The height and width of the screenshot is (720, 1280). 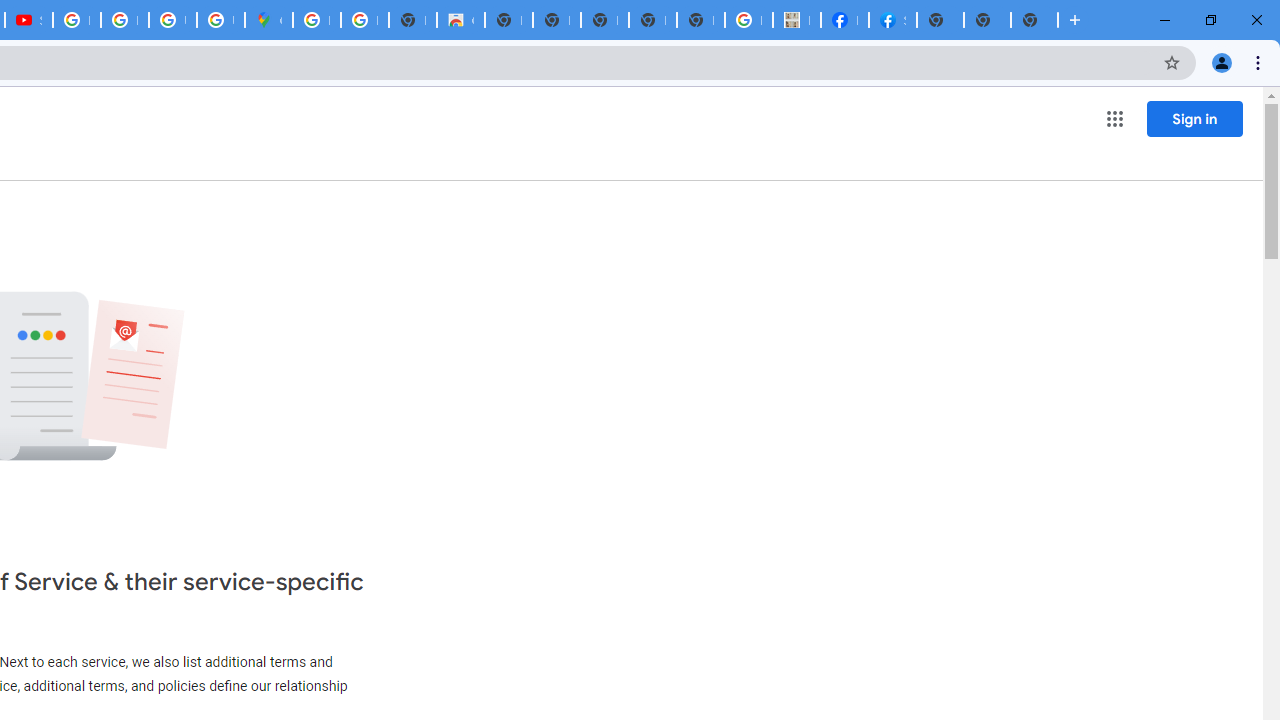 What do you see at coordinates (267, 20) in the screenshot?
I see `'Google Maps'` at bounding box center [267, 20].